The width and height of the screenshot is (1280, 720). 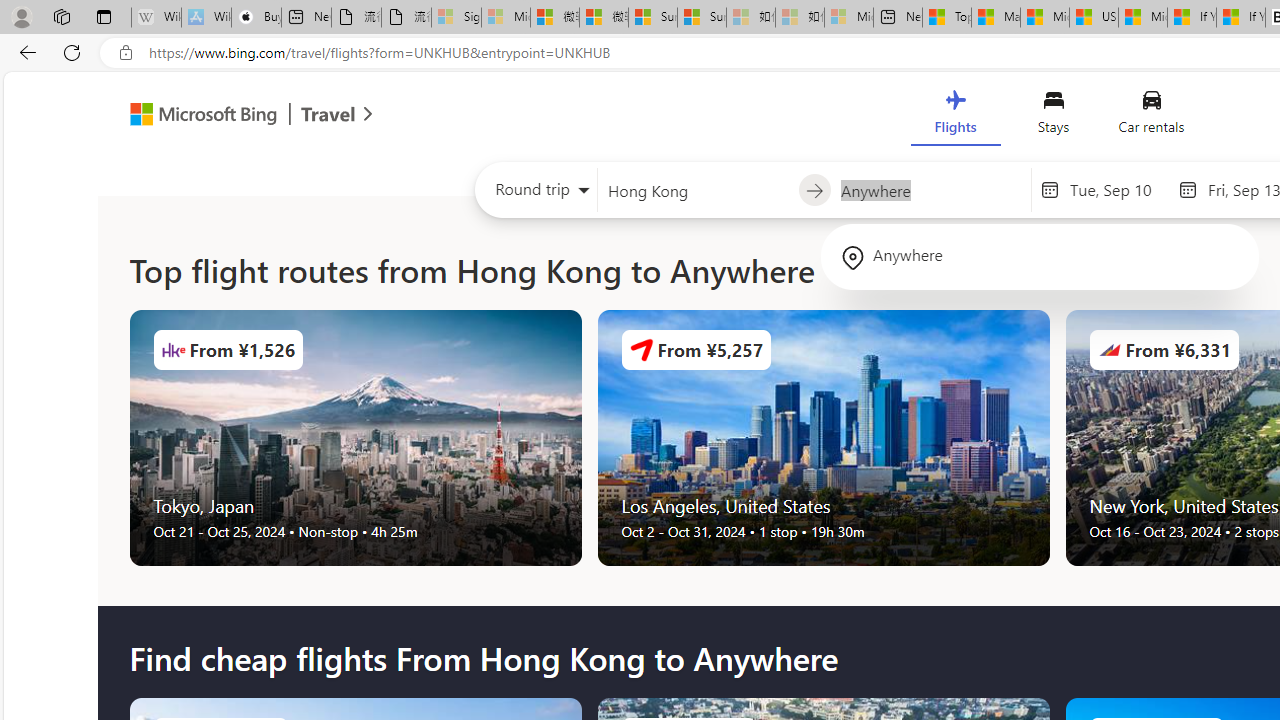 I want to click on 'Sign in to your Microsoft account - Sleeping', so click(x=455, y=17).